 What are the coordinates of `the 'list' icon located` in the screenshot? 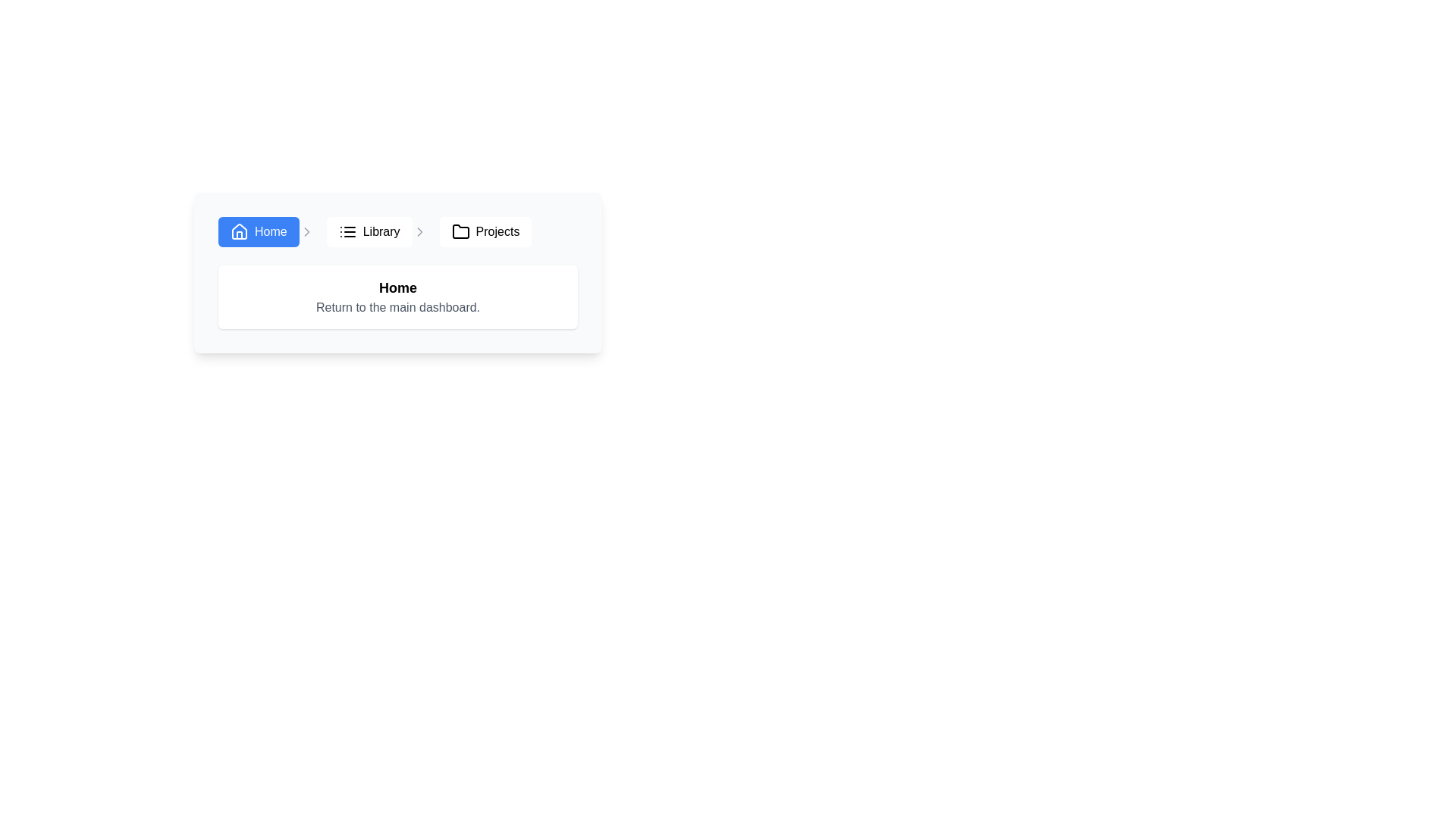 It's located at (347, 231).